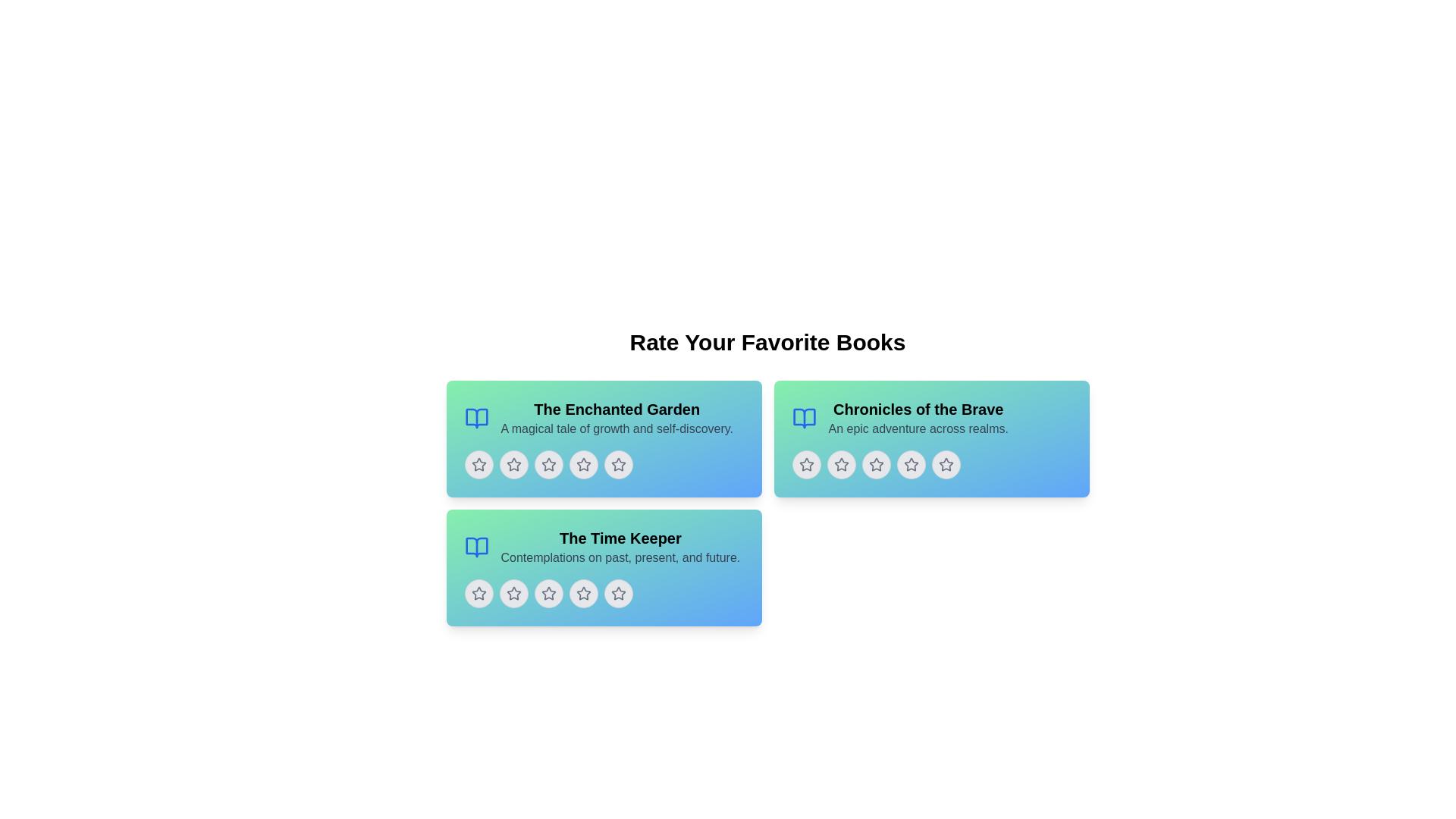 Image resolution: width=1456 pixels, height=819 pixels. Describe the element at coordinates (945, 463) in the screenshot. I see `the fifth star rating icon located in the second row beneath the 'Chronicles of the Brave' header` at that location.